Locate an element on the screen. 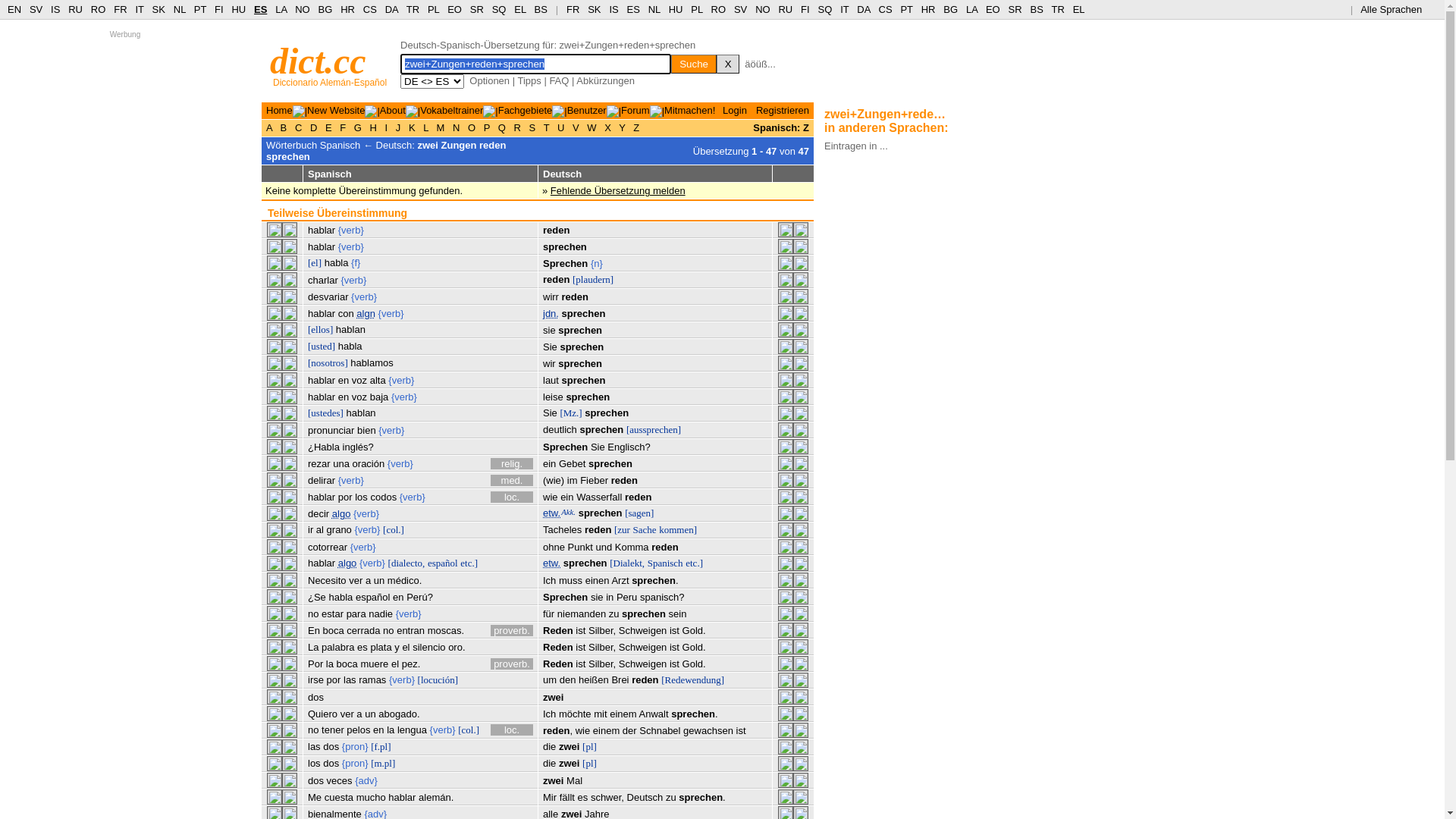 This screenshot has width=1456, height=819. '[col.]' is located at coordinates (393, 529).